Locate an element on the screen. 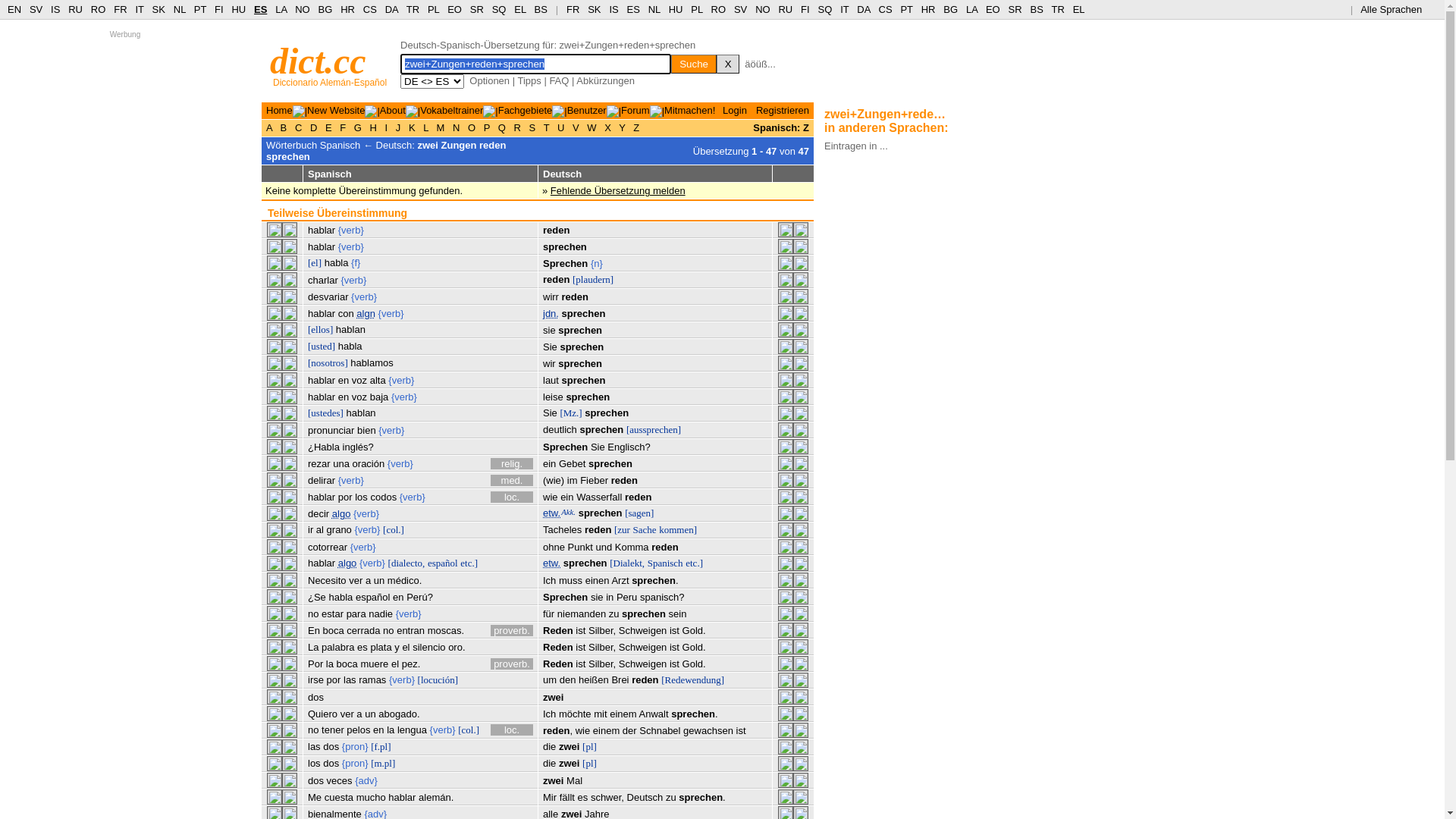 This screenshot has width=1456, height=819. '[col.]' is located at coordinates (393, 529).